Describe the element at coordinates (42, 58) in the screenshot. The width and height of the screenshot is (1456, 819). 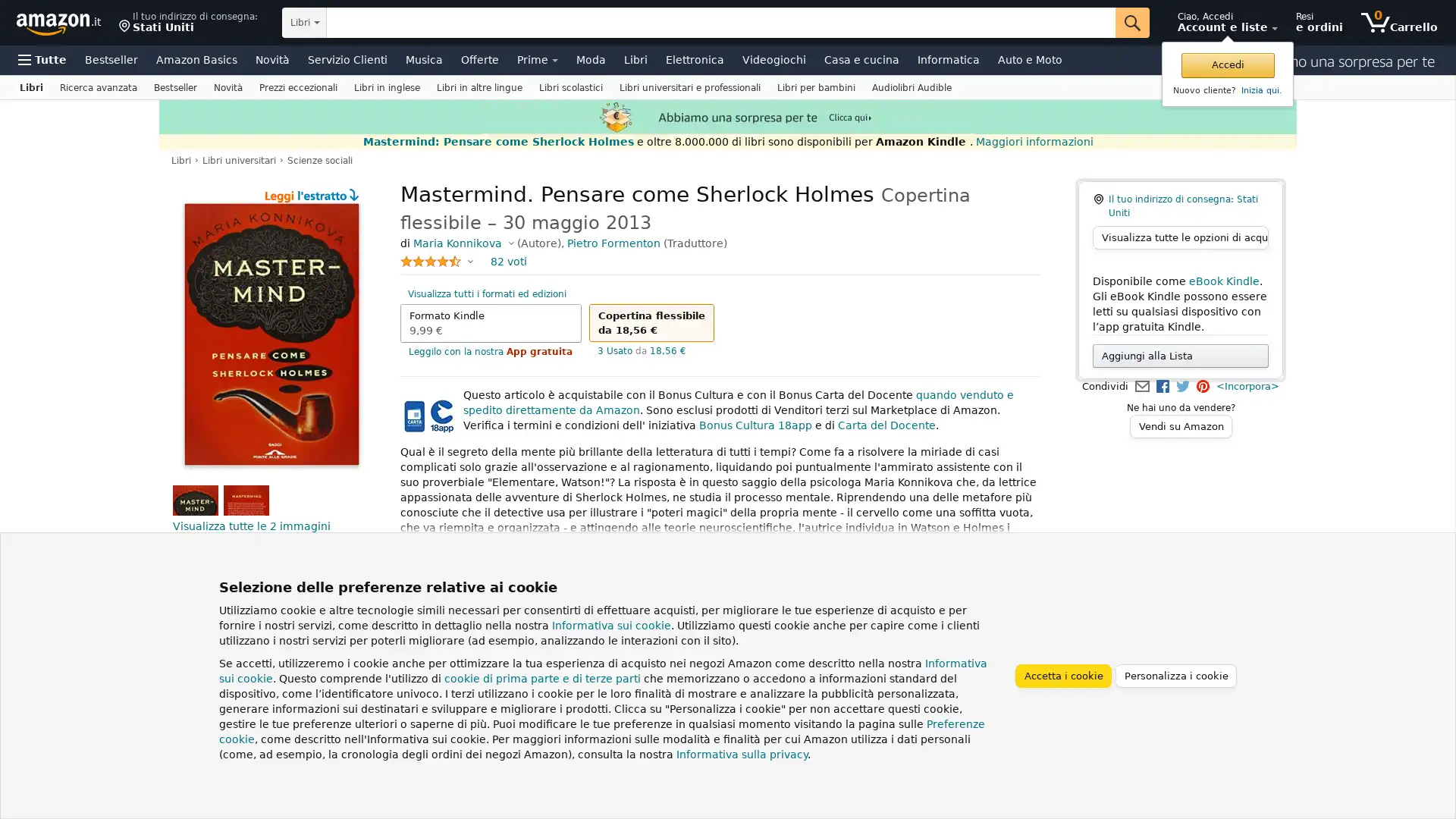
I see `Apri menu` at that location.